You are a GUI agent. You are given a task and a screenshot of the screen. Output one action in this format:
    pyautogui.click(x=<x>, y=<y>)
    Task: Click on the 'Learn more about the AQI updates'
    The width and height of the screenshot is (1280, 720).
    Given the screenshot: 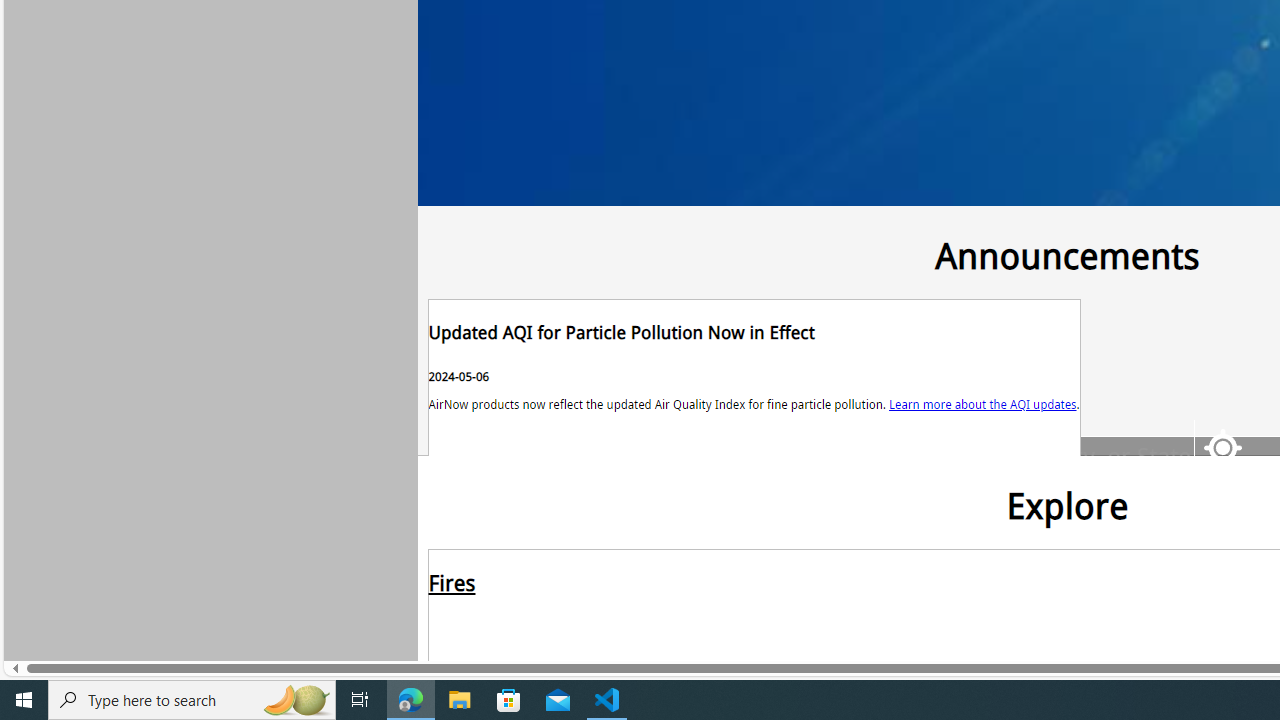 What is the action you would take?
    pyautogui.click(x=983, y=403)
    